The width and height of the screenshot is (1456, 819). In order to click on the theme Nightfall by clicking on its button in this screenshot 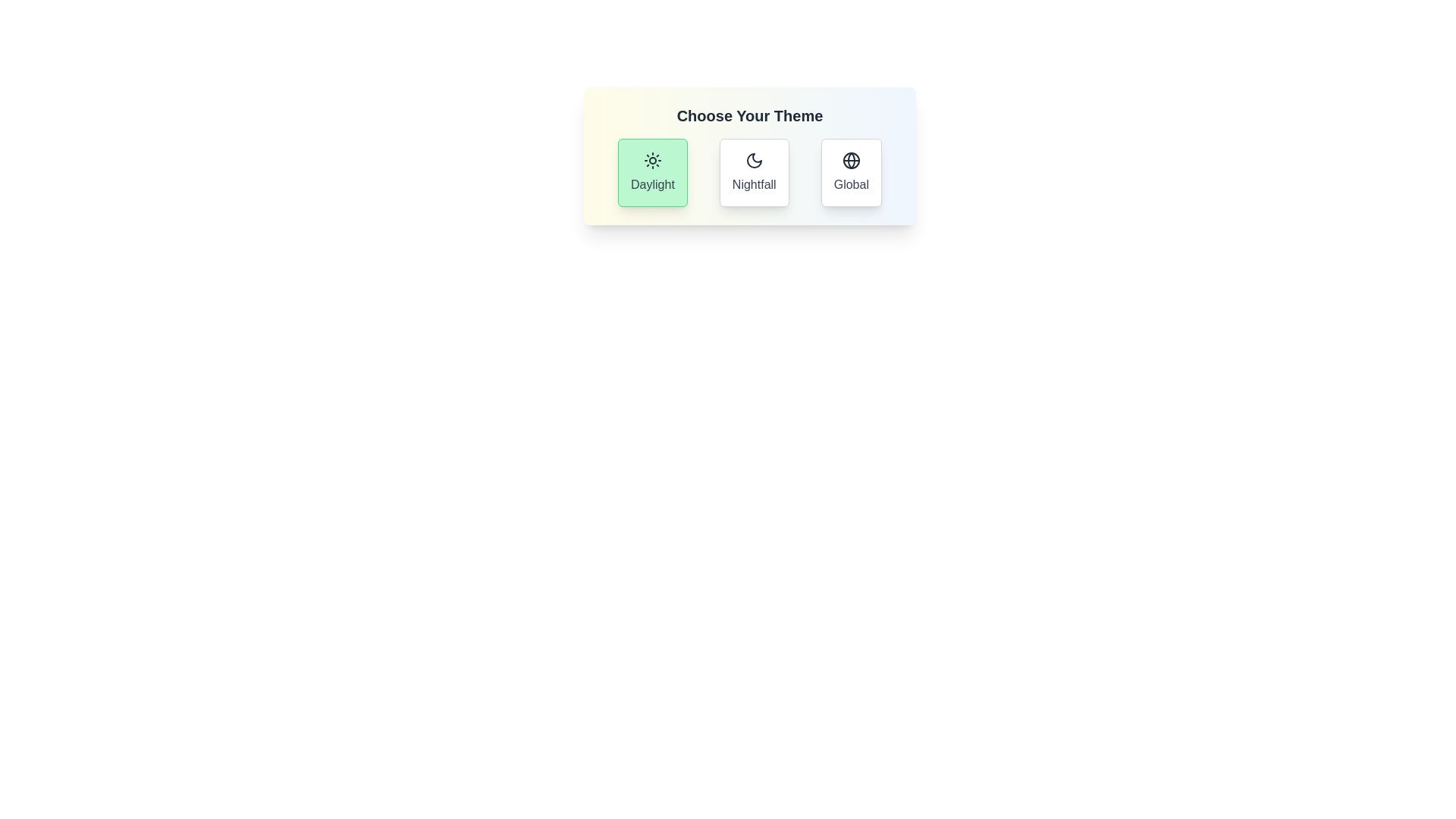, I will do `click(754, 171)`.